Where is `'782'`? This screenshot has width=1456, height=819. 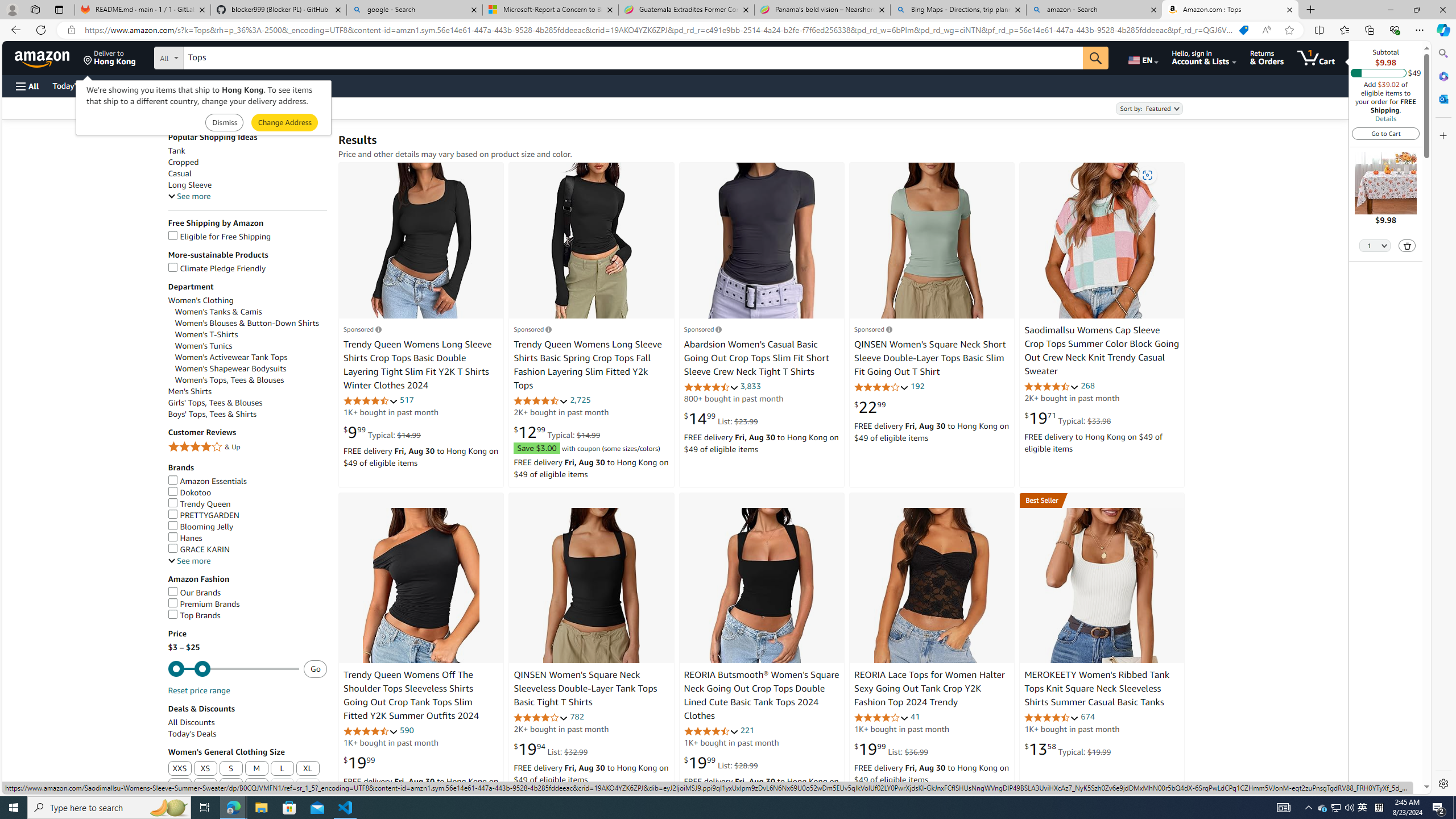 '782' is located at coordinates (576, 717).